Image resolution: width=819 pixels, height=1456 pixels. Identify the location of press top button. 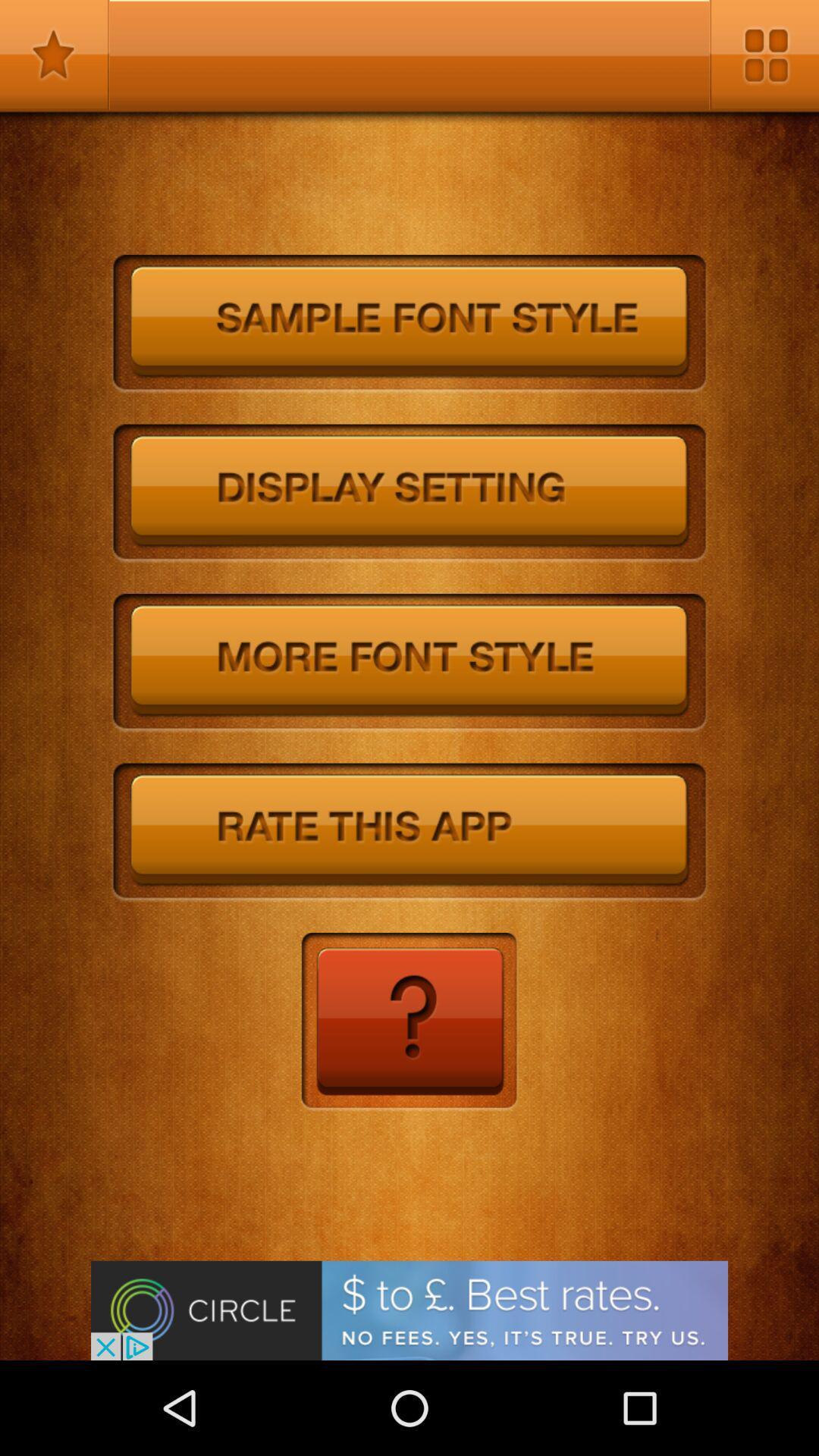
(409, 323).